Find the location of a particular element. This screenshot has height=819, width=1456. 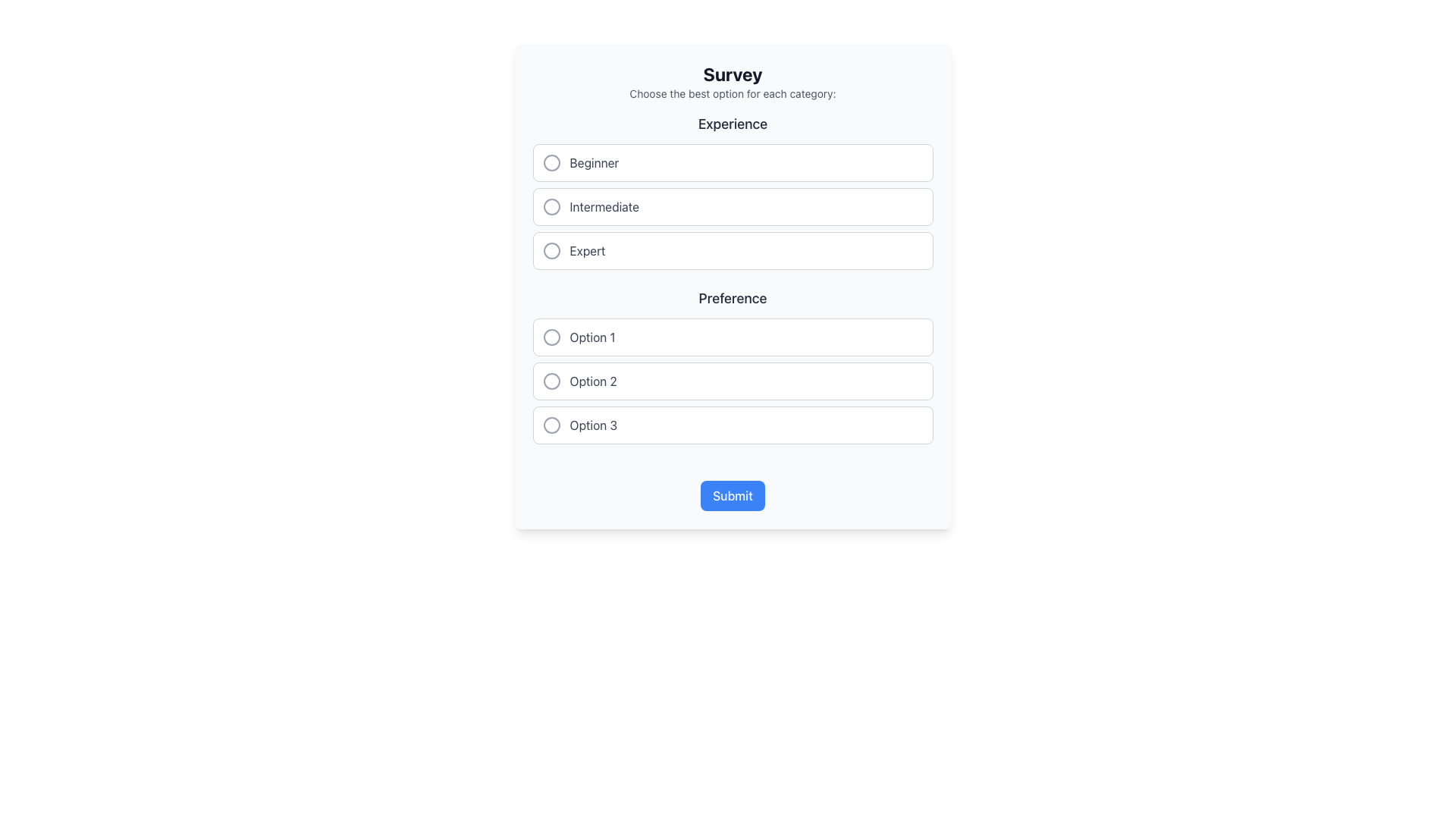

the second radio button option within the 'Preference' labeled form is located at coordinates (551, 380).